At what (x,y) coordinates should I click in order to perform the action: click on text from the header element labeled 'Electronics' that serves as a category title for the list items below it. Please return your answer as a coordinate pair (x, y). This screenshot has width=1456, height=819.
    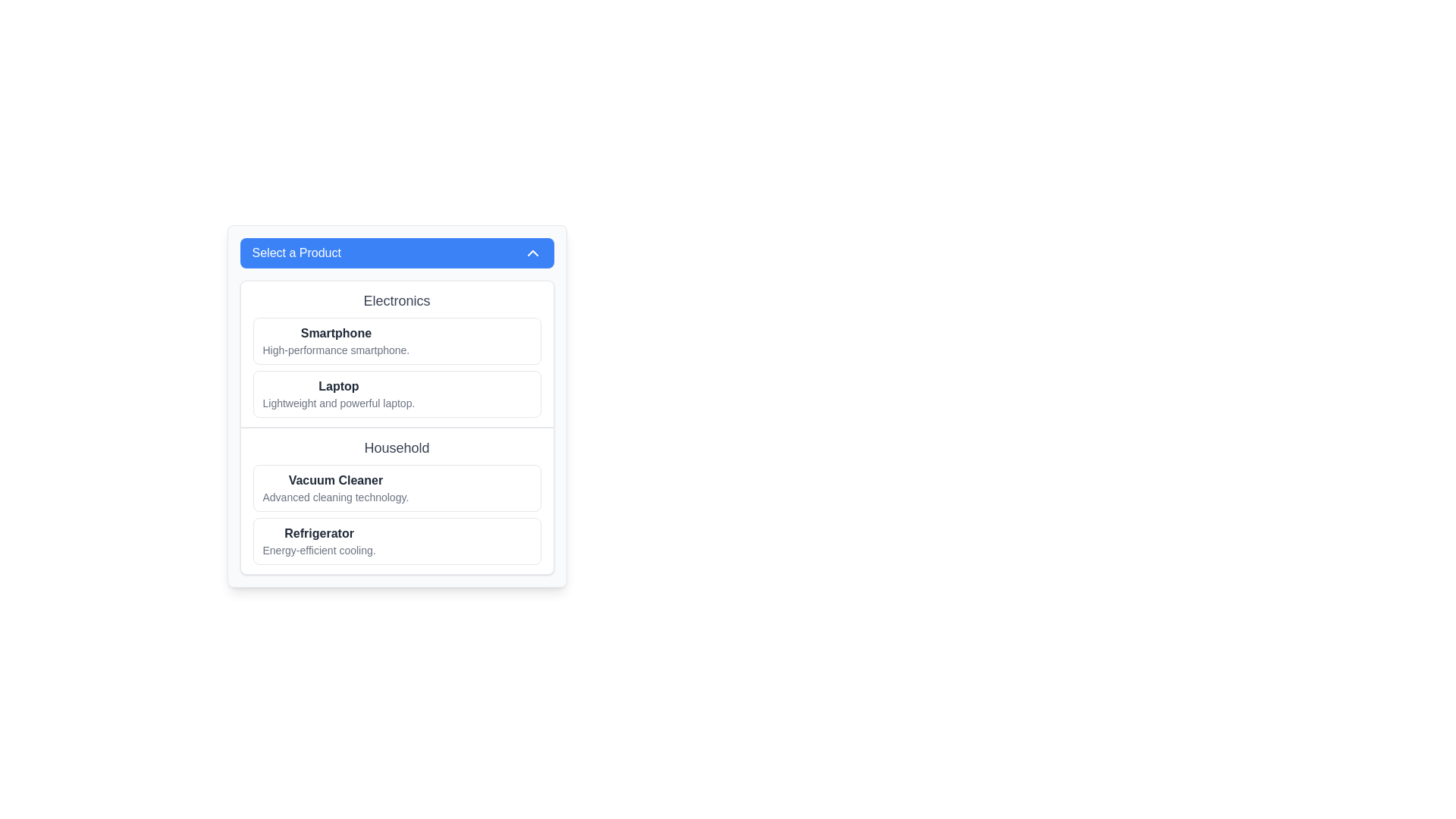
    Looking at the image, I should click on (397, 301).